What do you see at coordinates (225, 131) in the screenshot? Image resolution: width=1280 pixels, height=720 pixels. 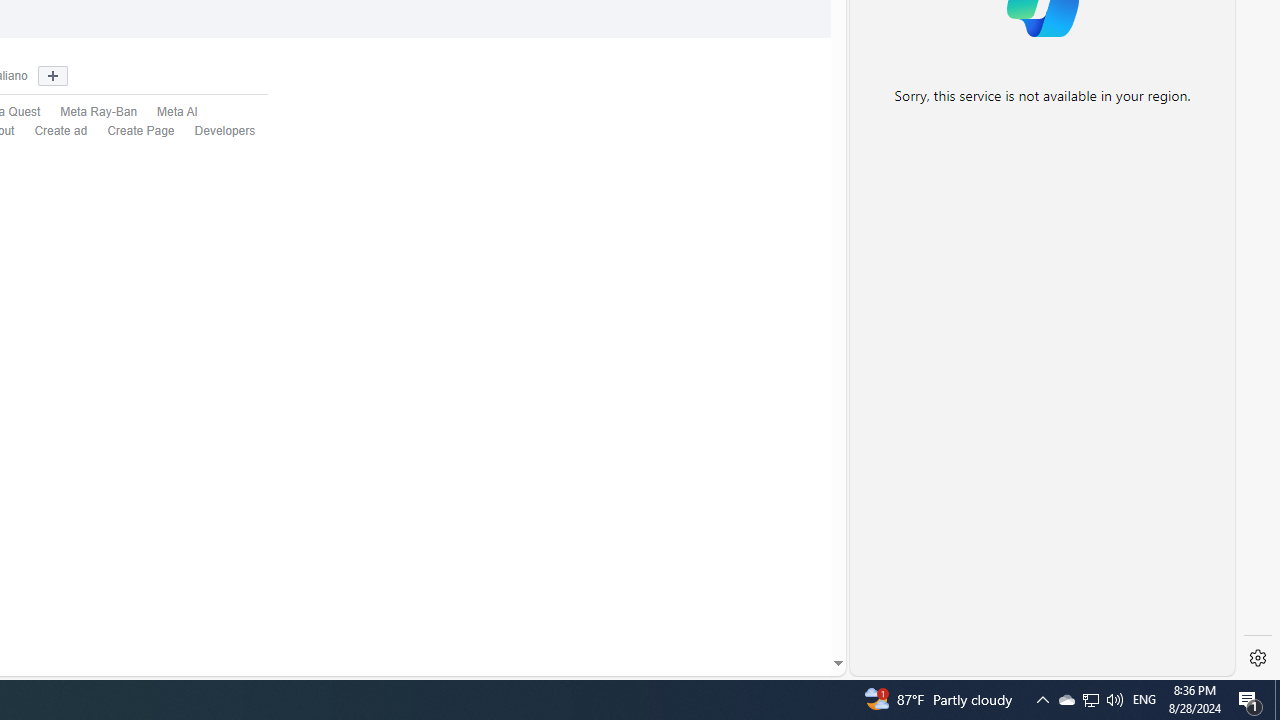 I see `'Developers'` at bounding box center [225, 131].